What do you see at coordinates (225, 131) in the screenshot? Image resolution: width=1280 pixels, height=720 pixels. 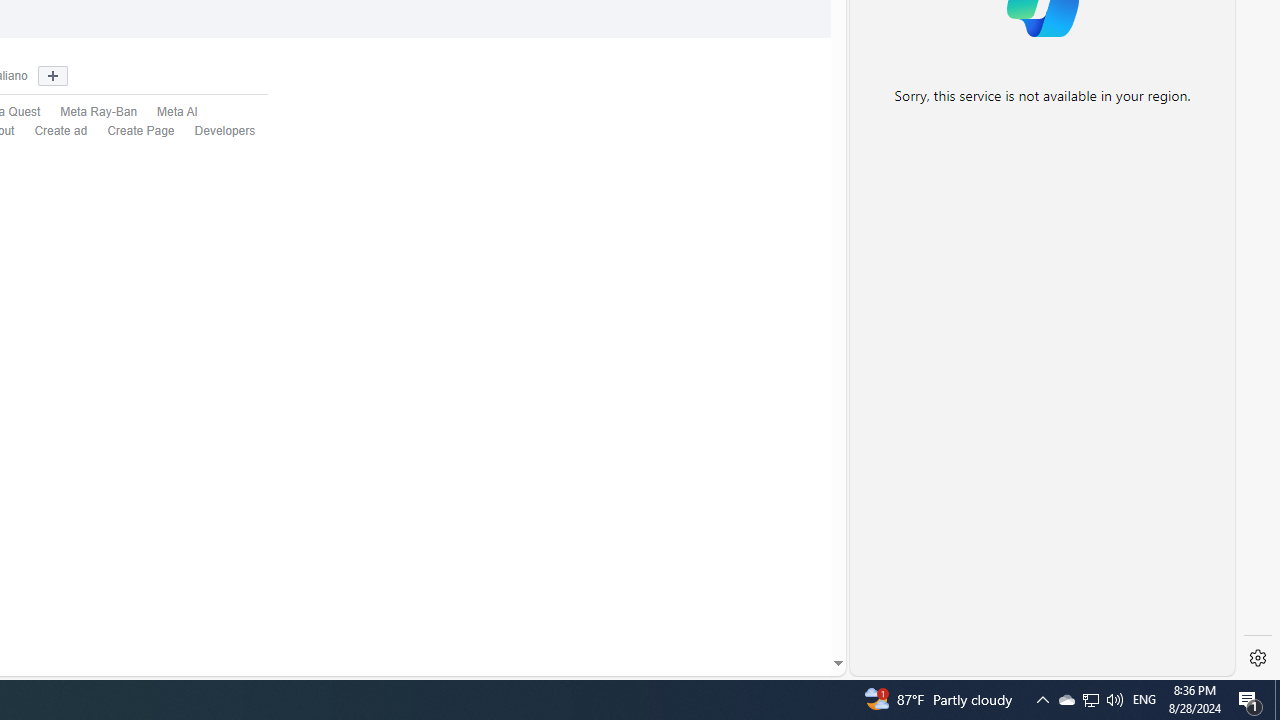 I see `'Developers'` at bounding box center [225, 131].